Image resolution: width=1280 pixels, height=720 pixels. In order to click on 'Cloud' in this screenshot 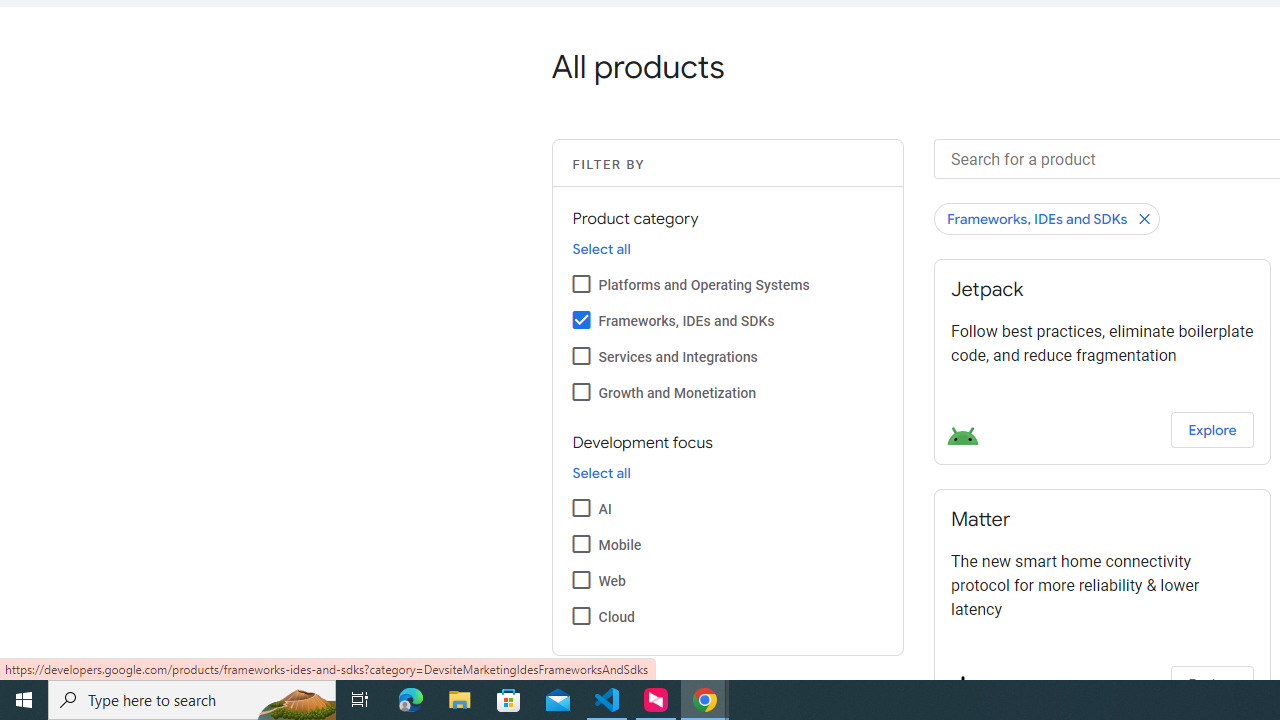, I will do `click(580, 614)`.